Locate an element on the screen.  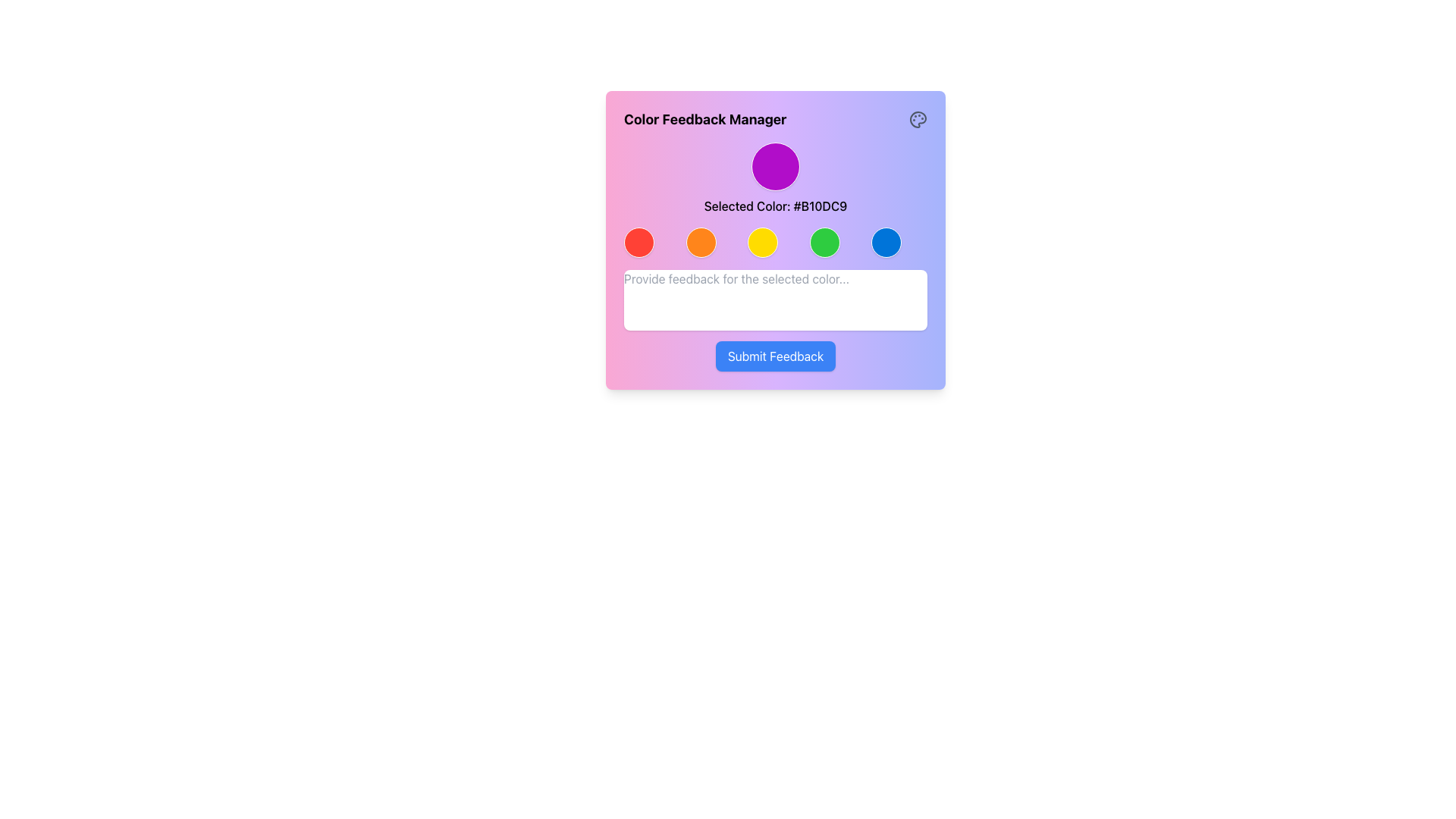
the left-most circular button in the row of five color selection buttons is located at coordinates (639, 242).